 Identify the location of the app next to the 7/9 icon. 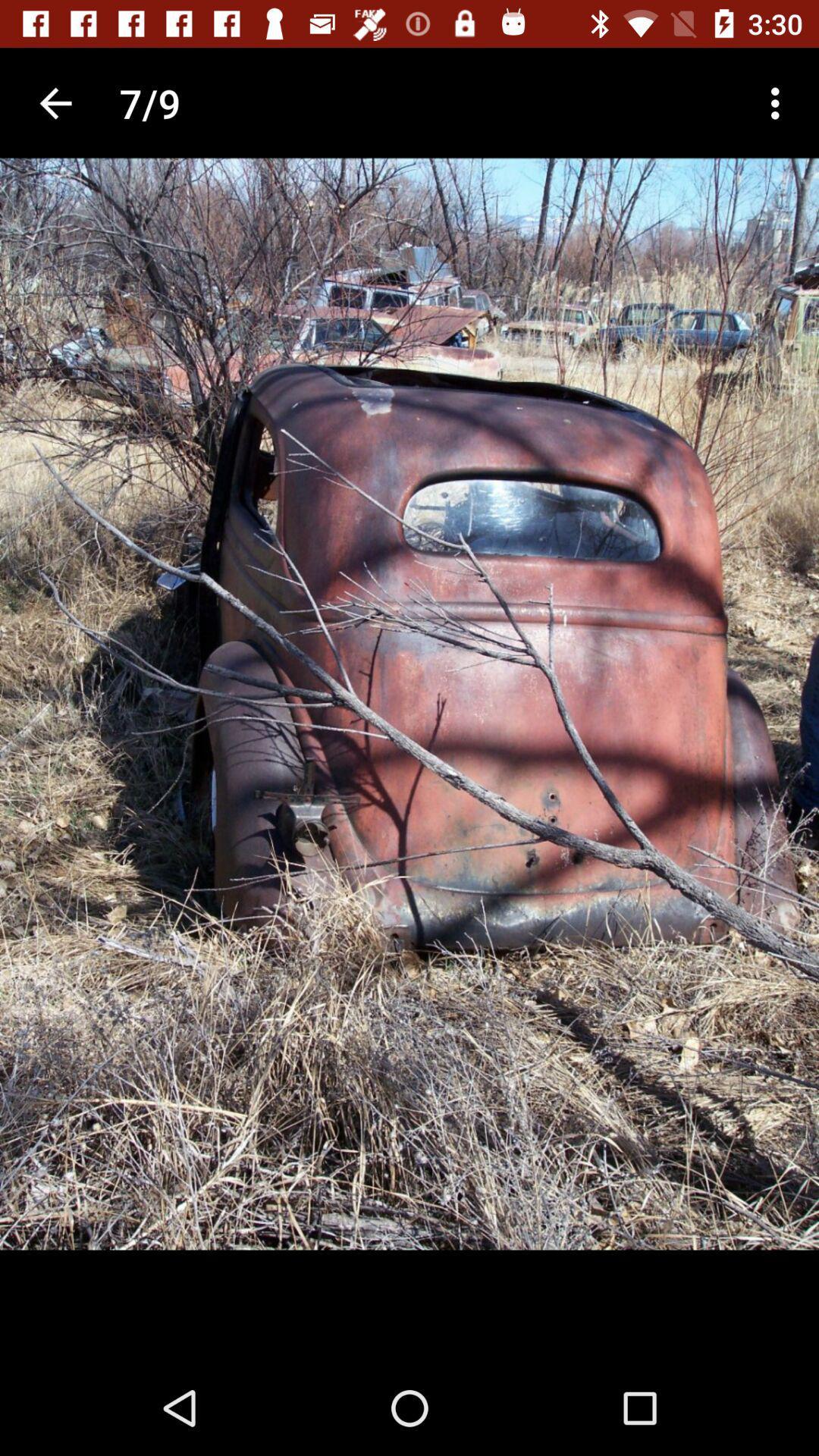
(779, 102).